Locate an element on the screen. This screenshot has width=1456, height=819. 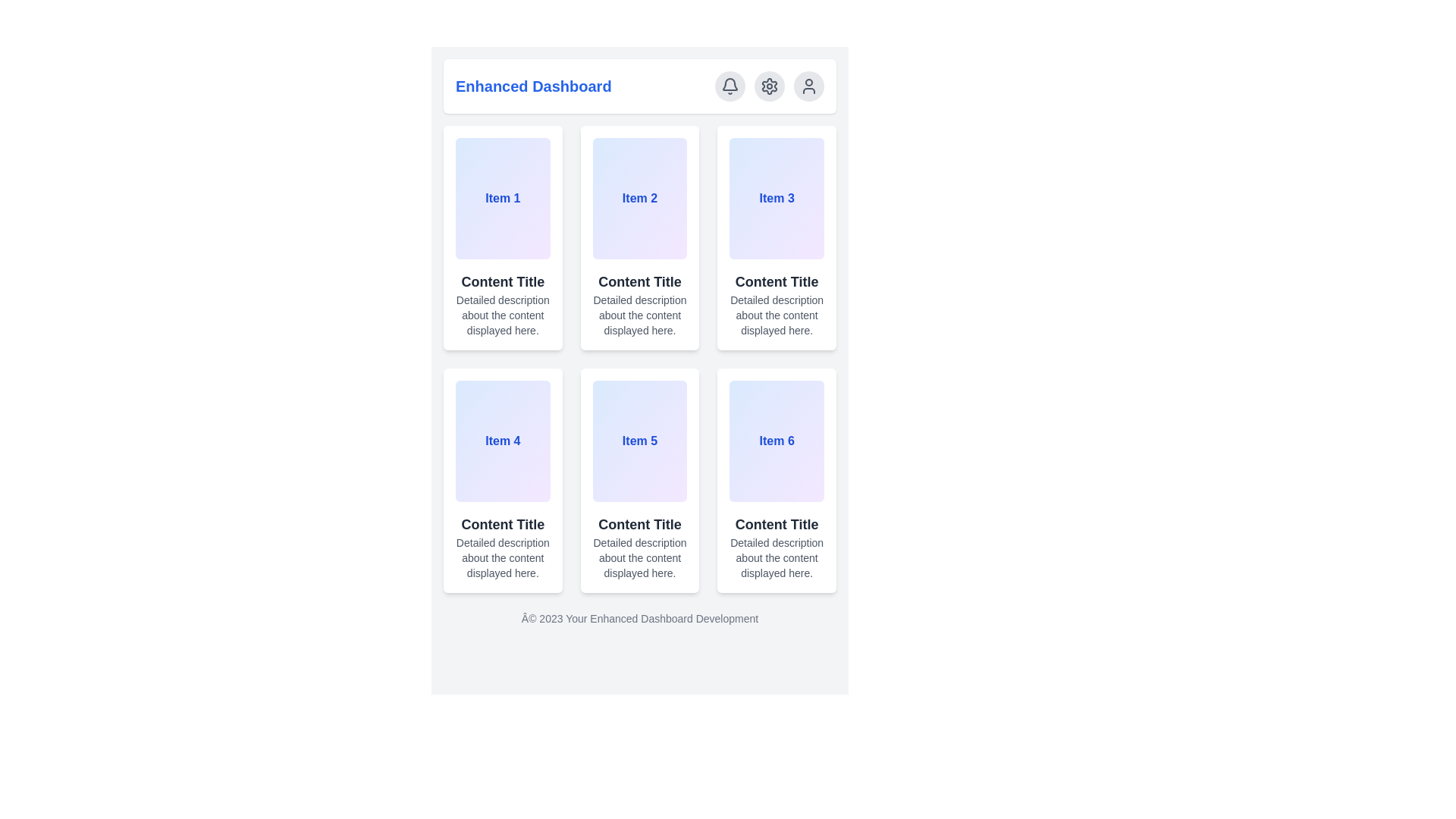
the Card or Item Box representing 'Item 5' located in the middle column of the second row in a 3x2 grid layout, positioned directly below 'Item 2' and above 'Content Title' is located at coordinates (640, 441).